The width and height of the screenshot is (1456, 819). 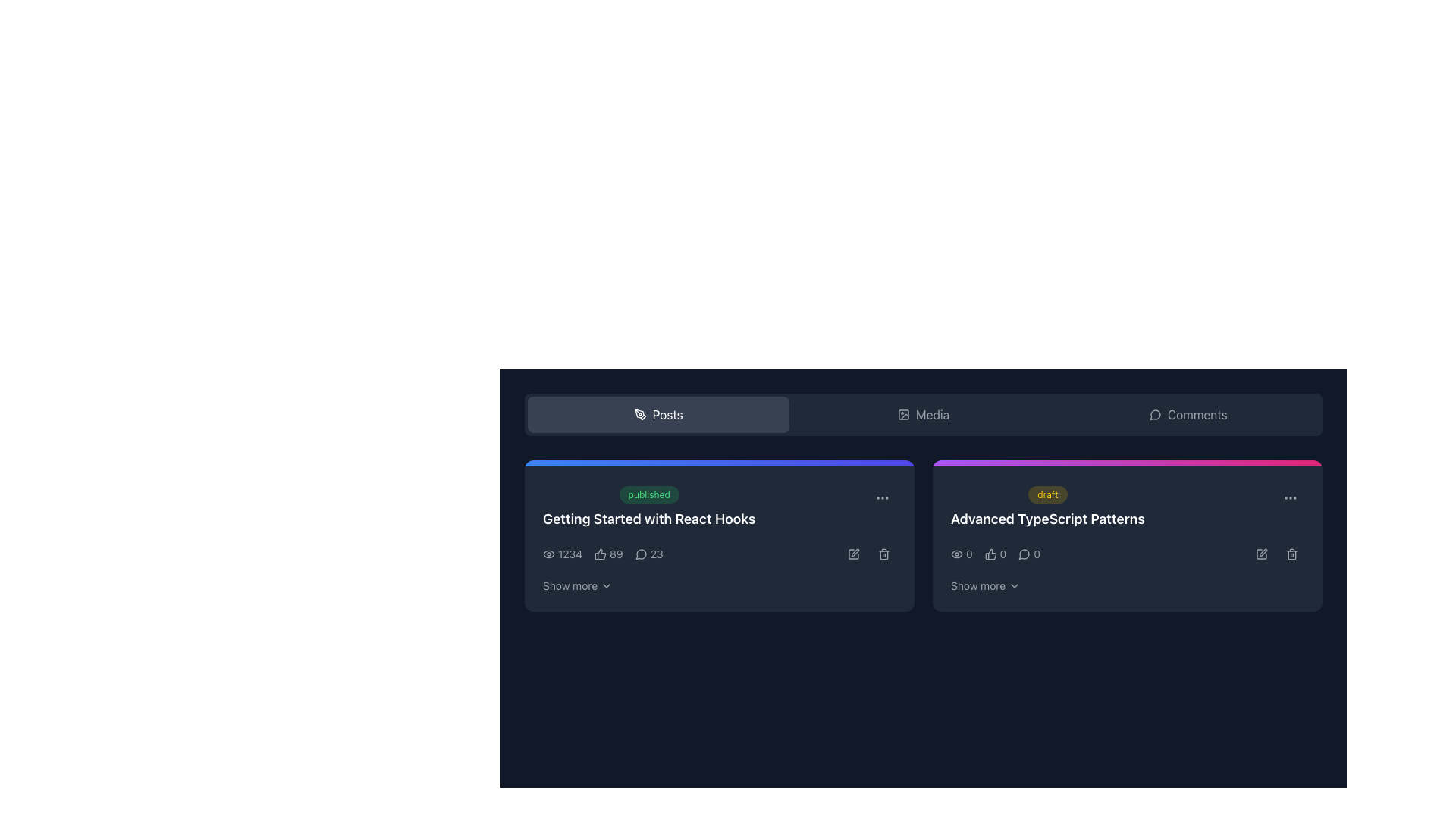 What do you see at coordinates (903, 415) in the screenshot?
I see `'Media' icon located at the leftmost part of the navigation button labeled 'Media' in the horizontal navigation bar` at bounding box center [903, 415].